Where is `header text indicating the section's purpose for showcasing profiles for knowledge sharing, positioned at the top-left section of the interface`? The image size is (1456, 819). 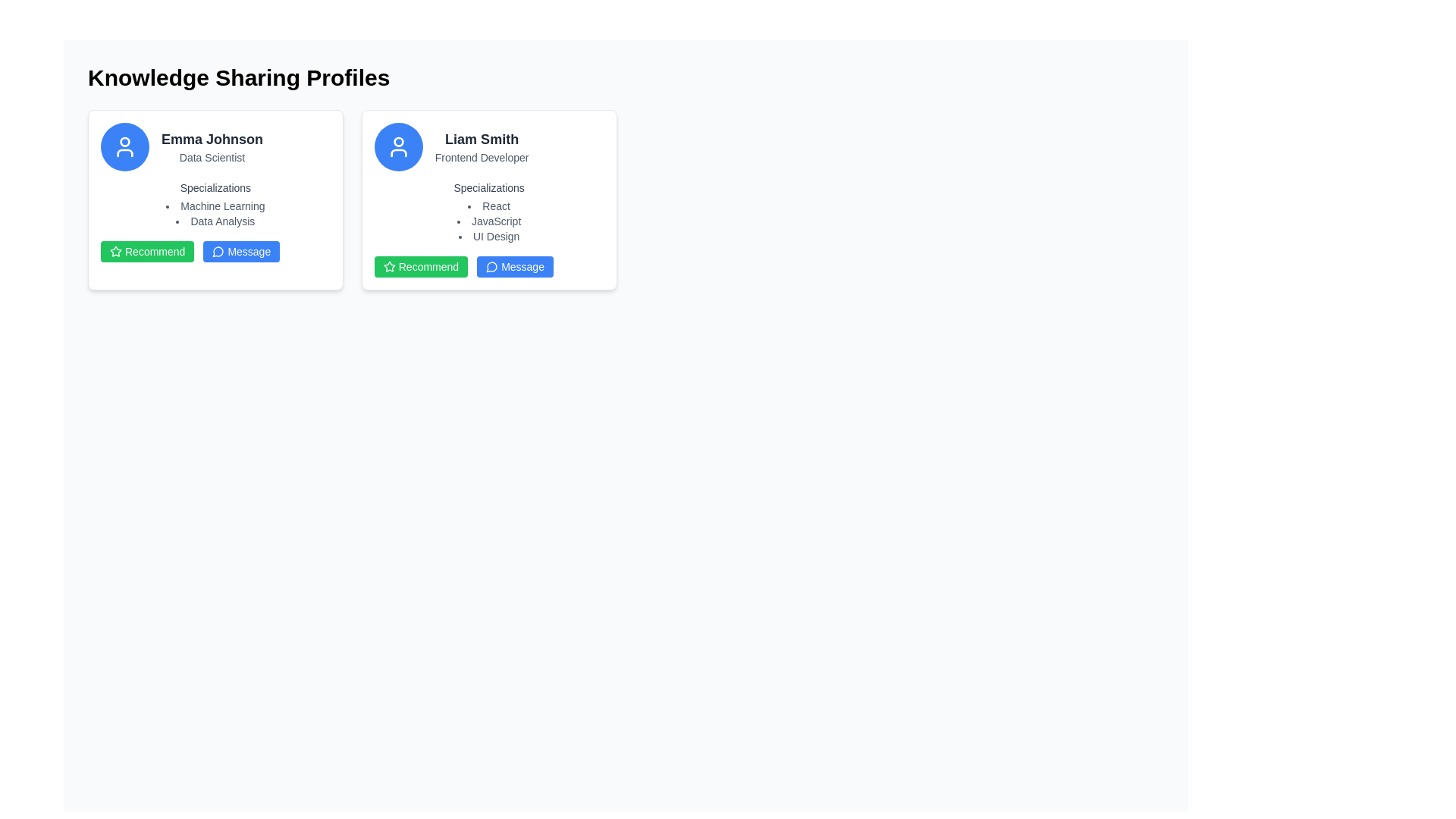
header text indicating the section's purpose for showcasing profiles for knowledge sharing, positioned at the top-left section of the interface is located at coordinates (238, 78).